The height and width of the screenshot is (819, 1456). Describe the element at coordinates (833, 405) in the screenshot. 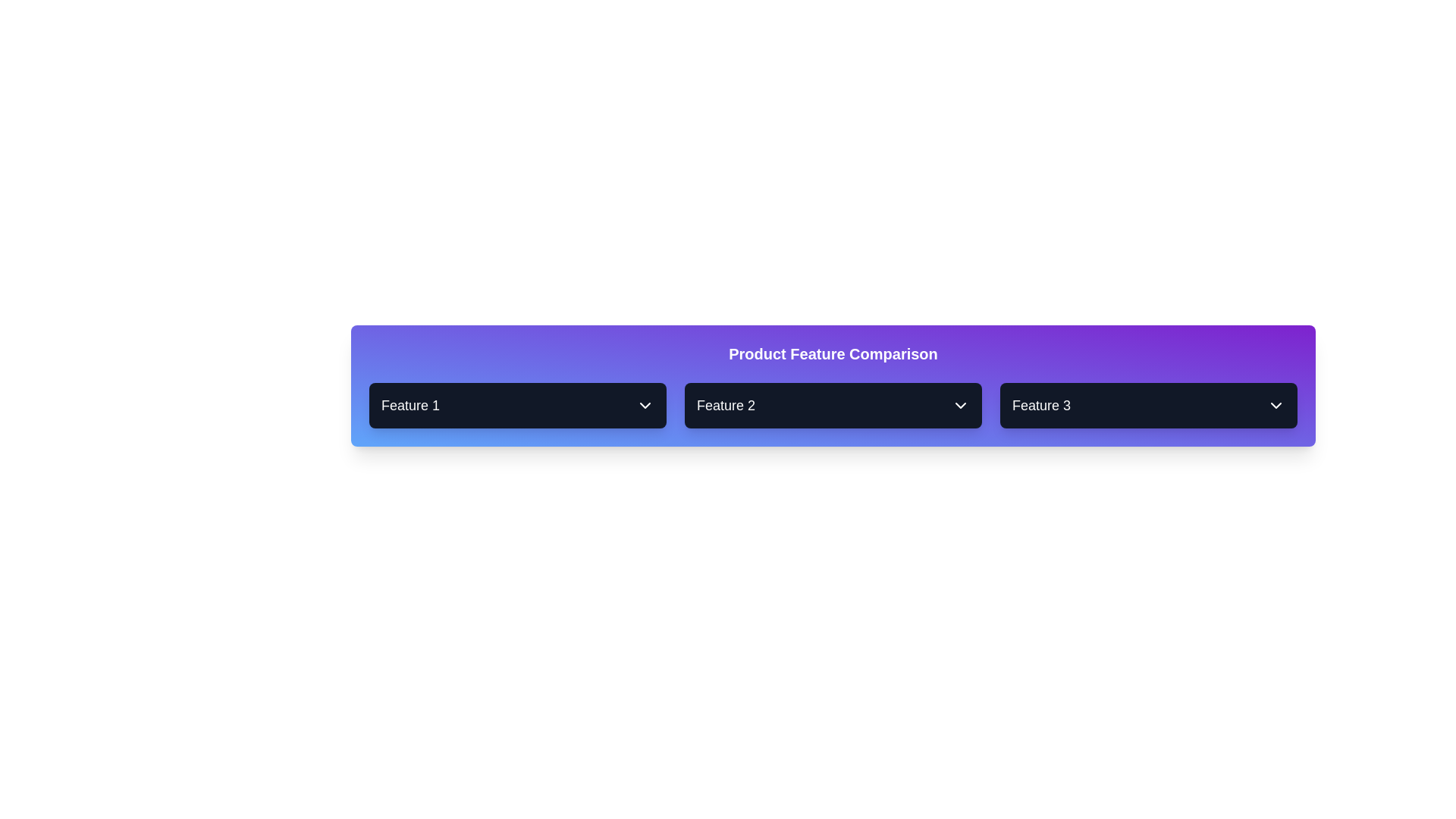

I see `the Interactive dropdown menu located` at that location.